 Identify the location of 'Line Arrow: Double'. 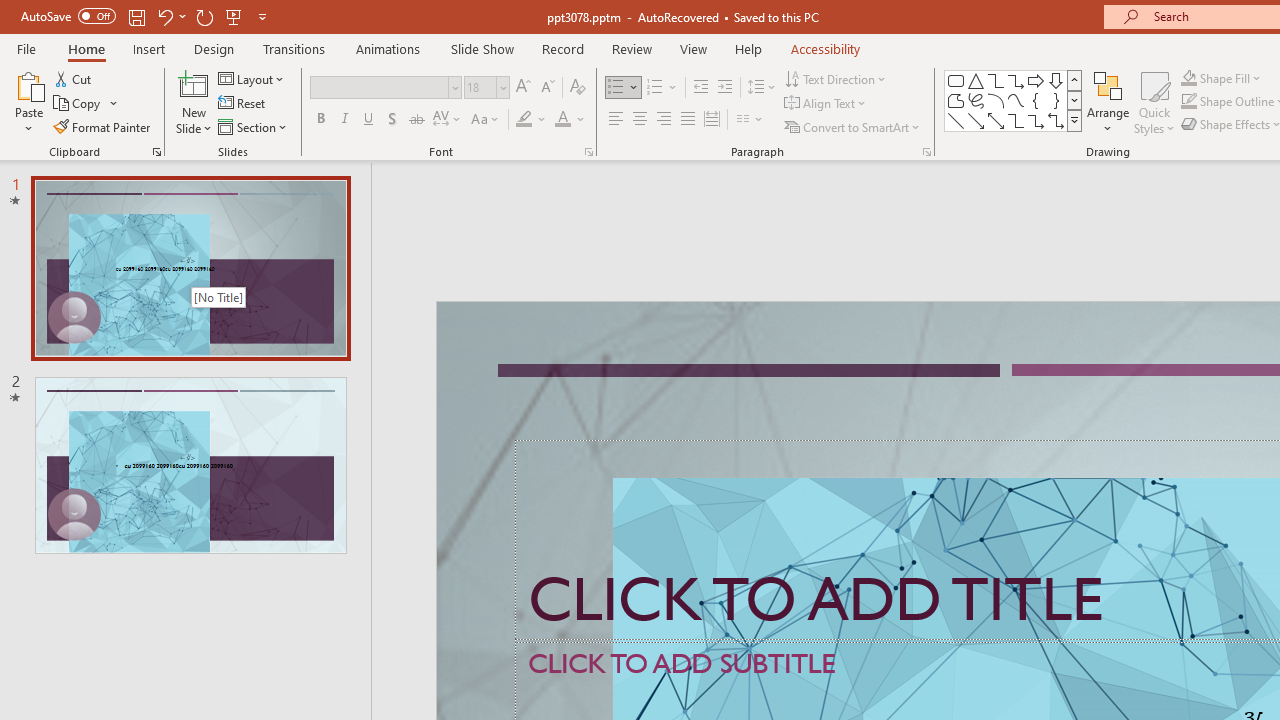
(995, 120).